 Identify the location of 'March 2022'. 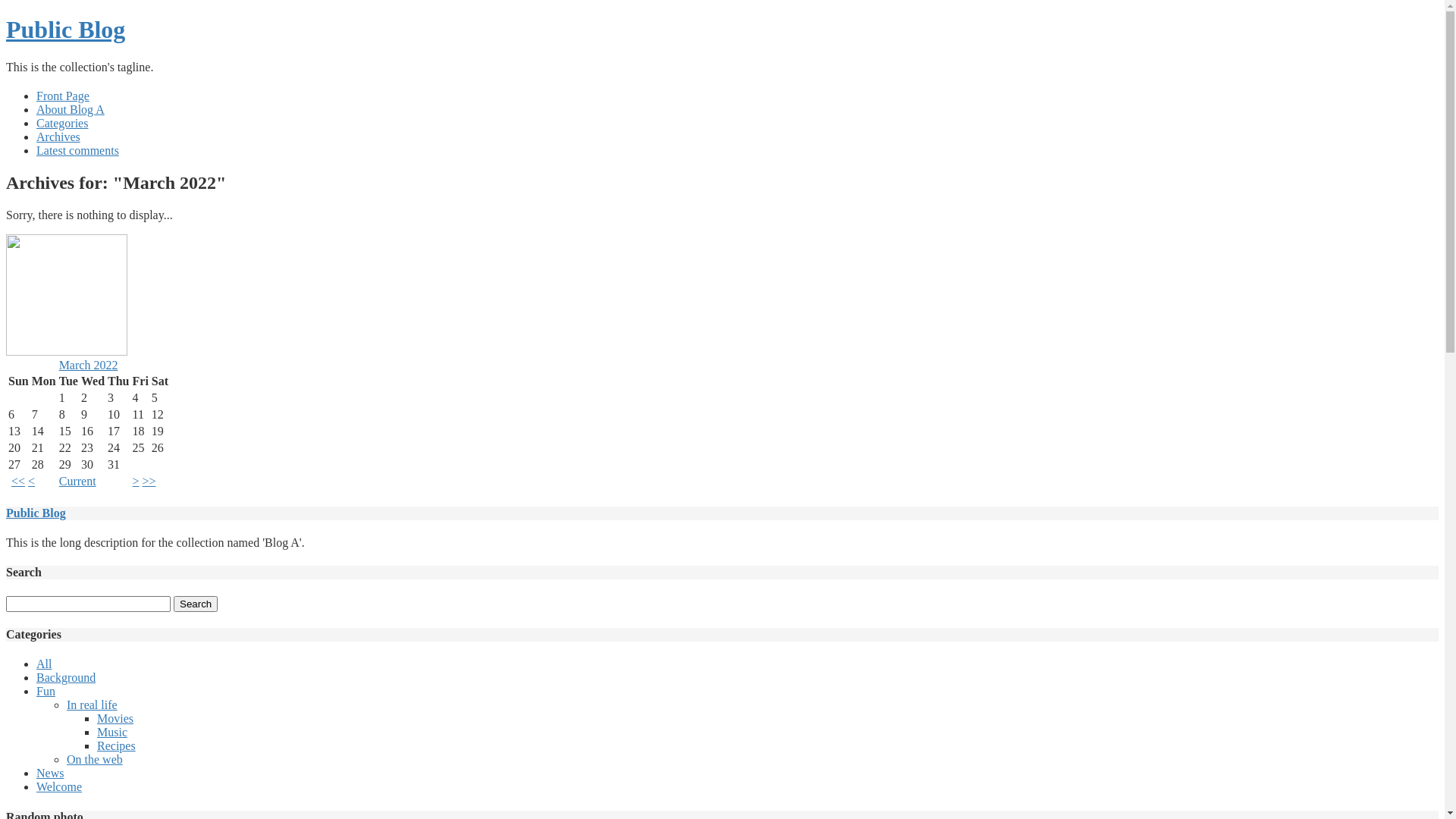
(87, 365).